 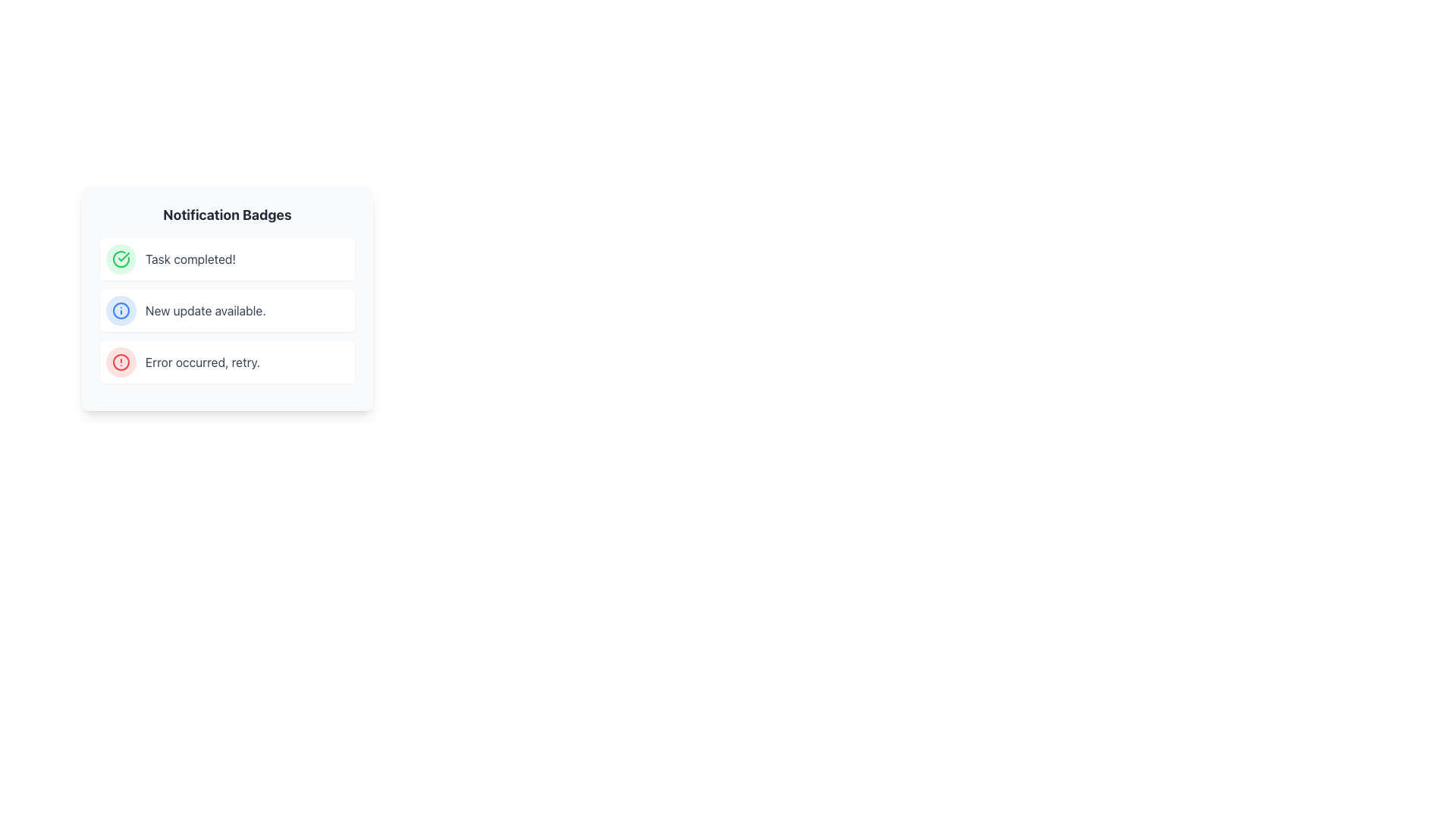 What do you see at coordinates (120, 309) in the screenshot?
I see `the circular information icon with a light blue background located to the left of the text 'New update available.' in the notification badge` at bounding box center [120, 309].